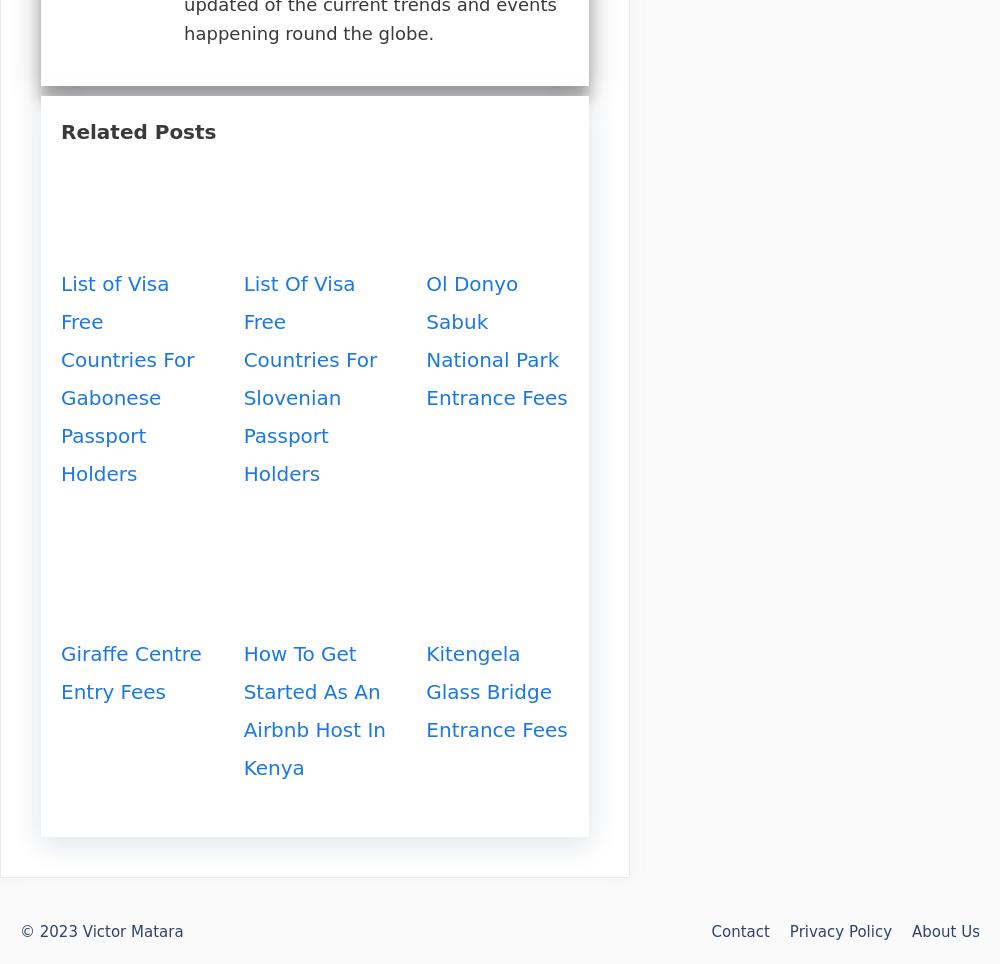 This screenshot has width=1000, height=964. I want to click on 'Kitengela Glass Bridge Entrance Fees', so click(495, 690).